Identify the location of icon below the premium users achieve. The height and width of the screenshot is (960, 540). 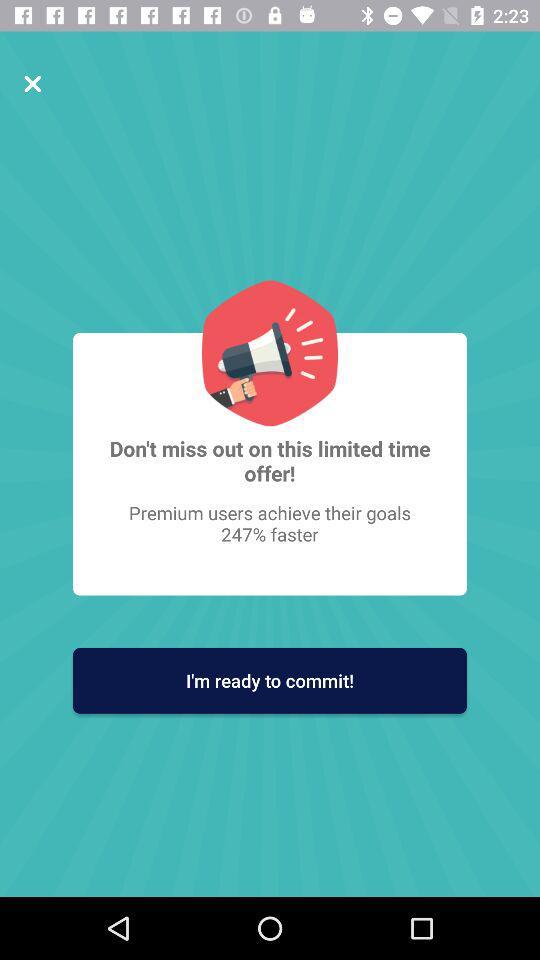
(270, 680).